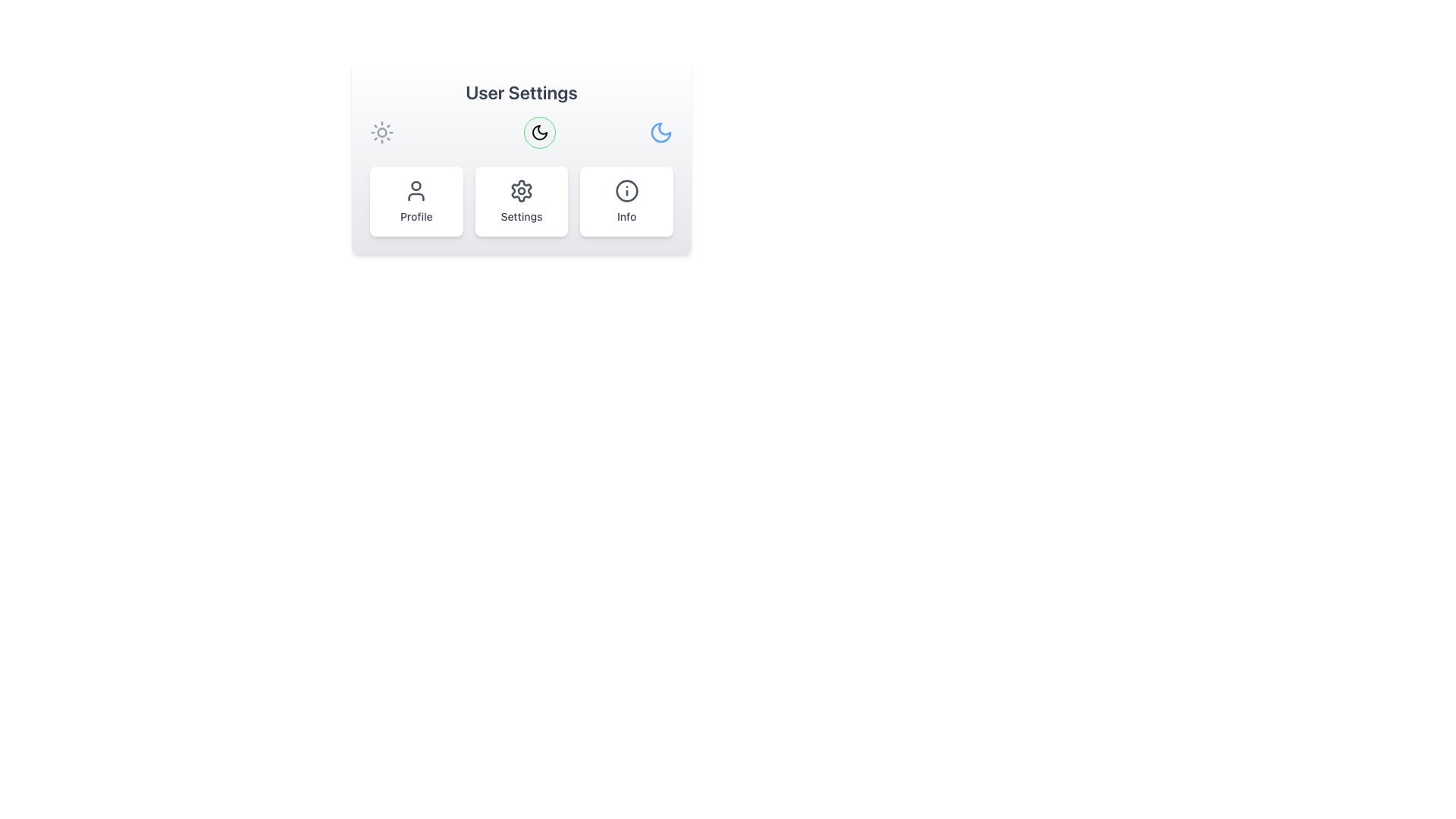 The height and width of the screenshot is (819, 1456). I want to click on the theme-setting icon located at the far right of a horizontal row of three icons, which is designed, so click(661, 131).